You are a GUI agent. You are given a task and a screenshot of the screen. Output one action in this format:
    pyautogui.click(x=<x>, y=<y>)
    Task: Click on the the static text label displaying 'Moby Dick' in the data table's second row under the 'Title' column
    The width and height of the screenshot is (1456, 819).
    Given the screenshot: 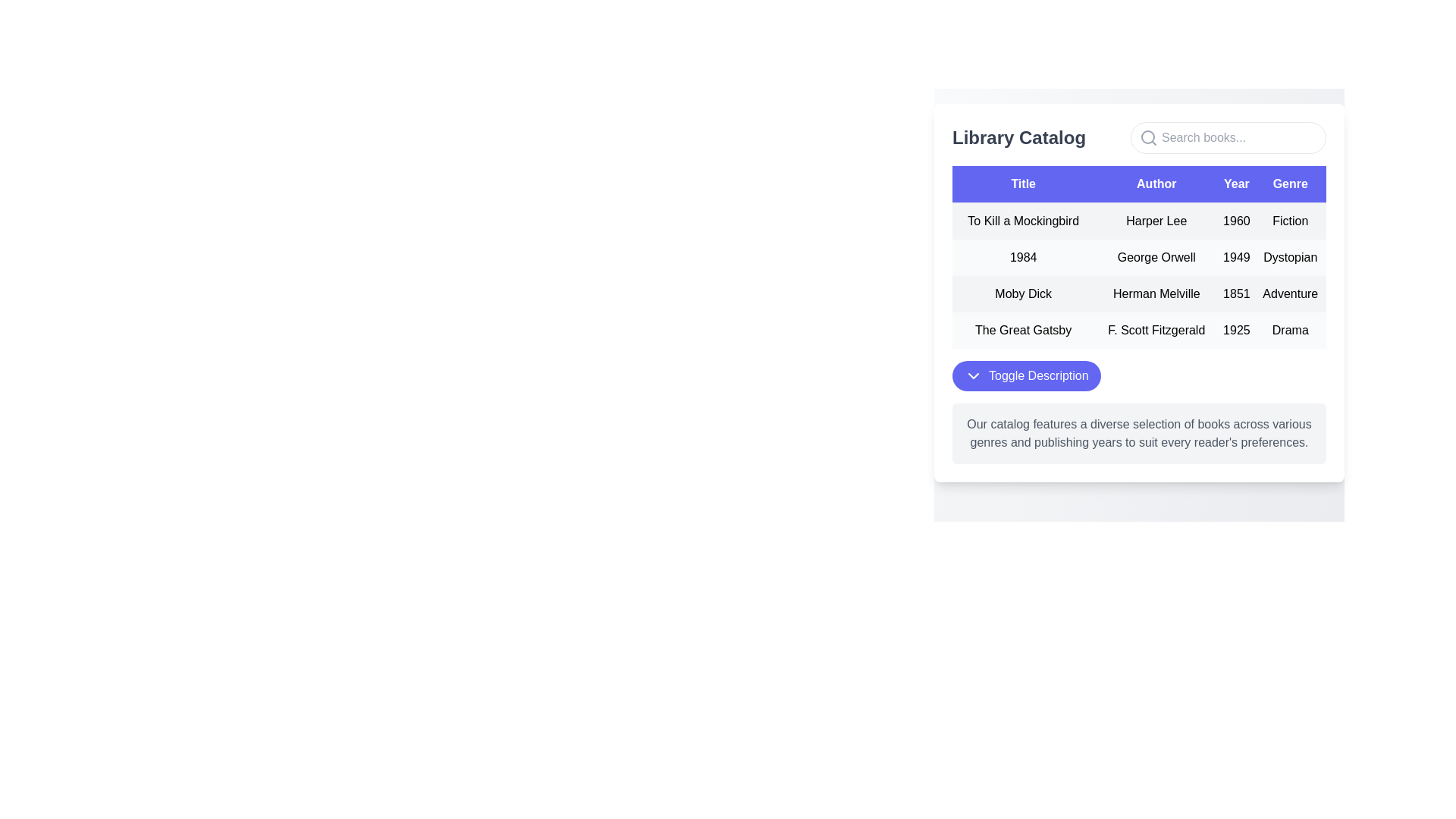 What is the action you would take?
    pyautogui.click(x=1023, y=294)
    